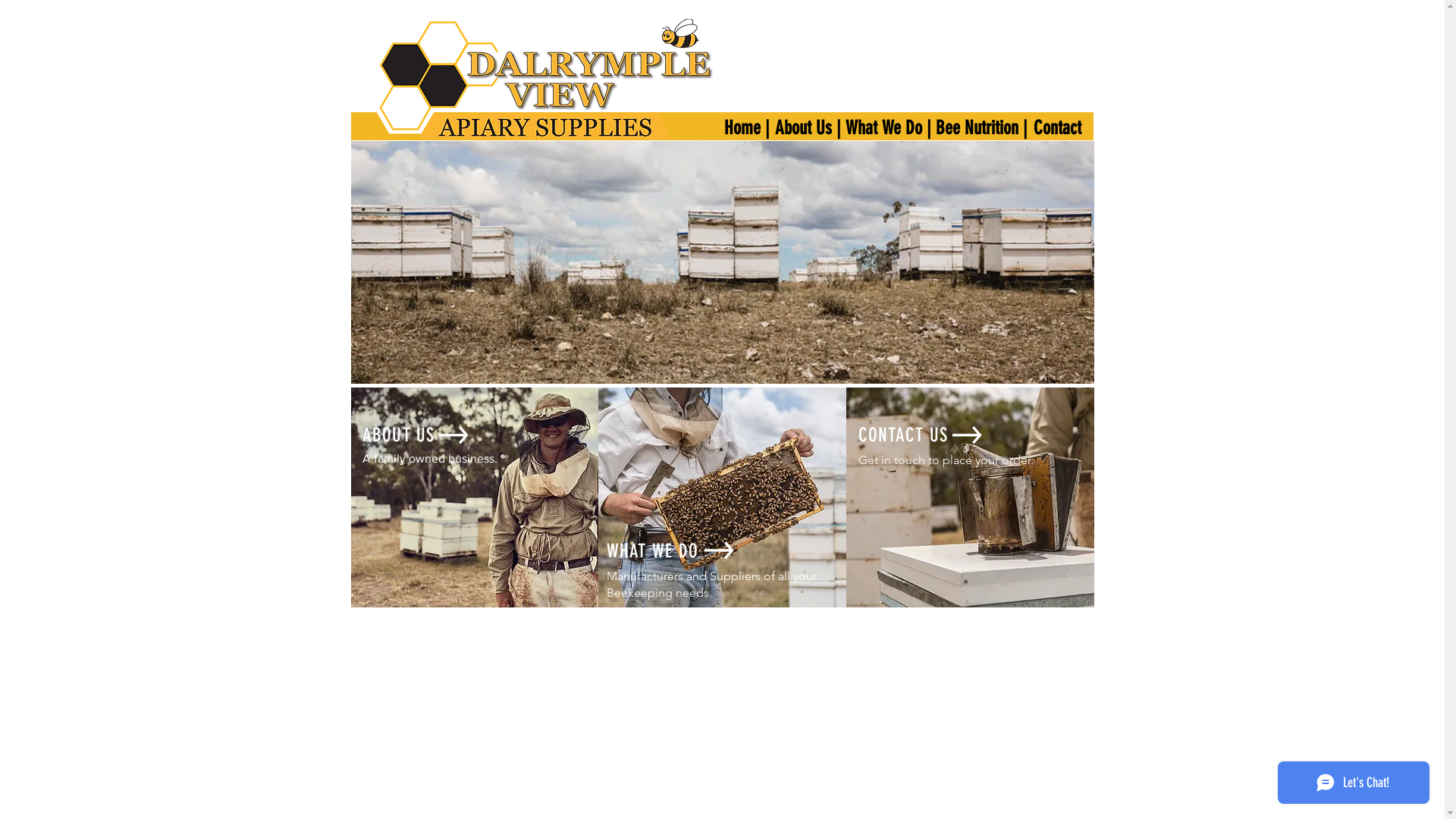 The image size is (1456, 819). Describe the element at coordinates (807, 127) in the screenshot. I see `'About Us |'` at that location.